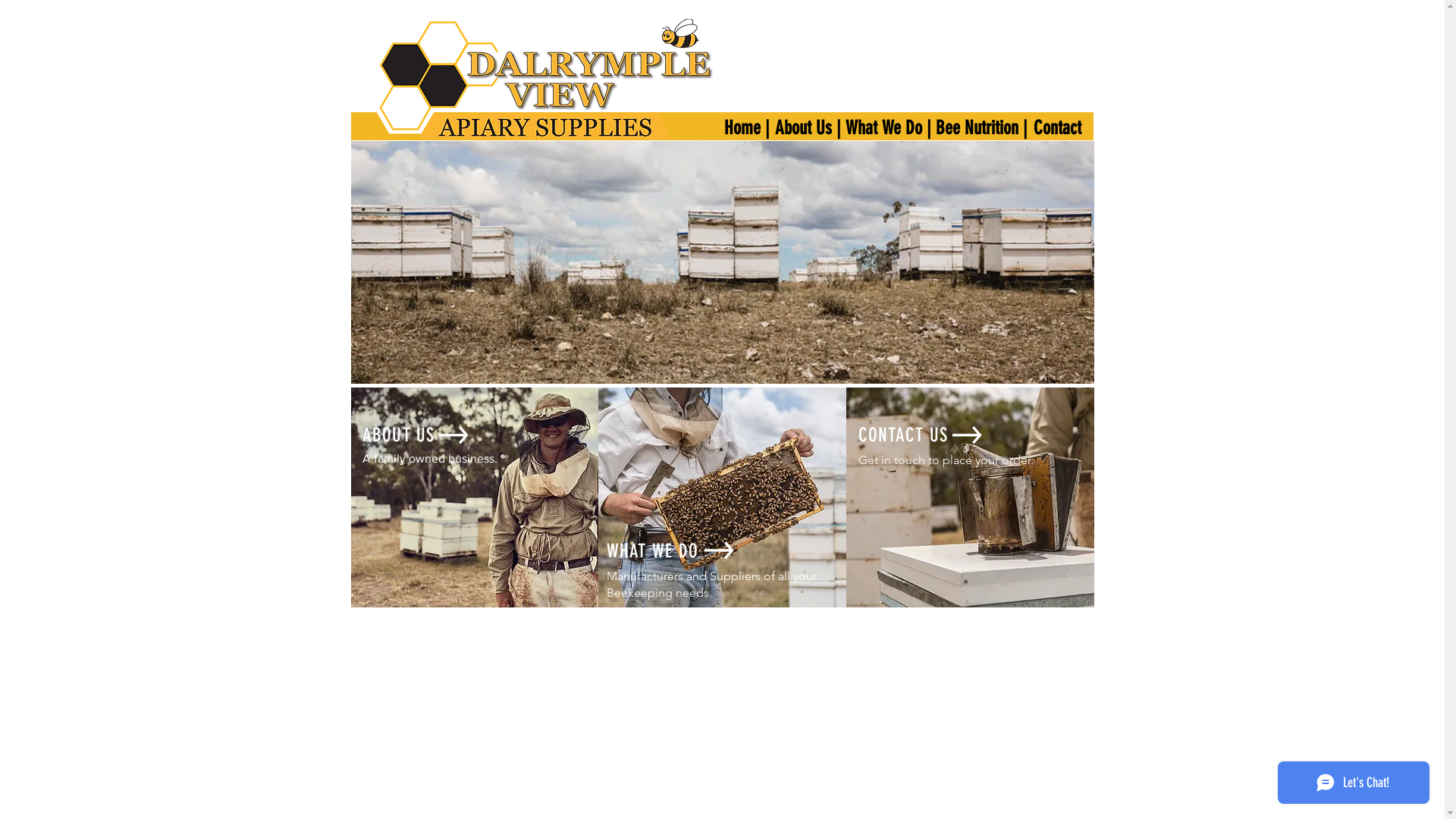 The image size is (1456, 819). Describe the element at coordinates (807, 127) in the screenshot. I see `'About Us |'` at that location.